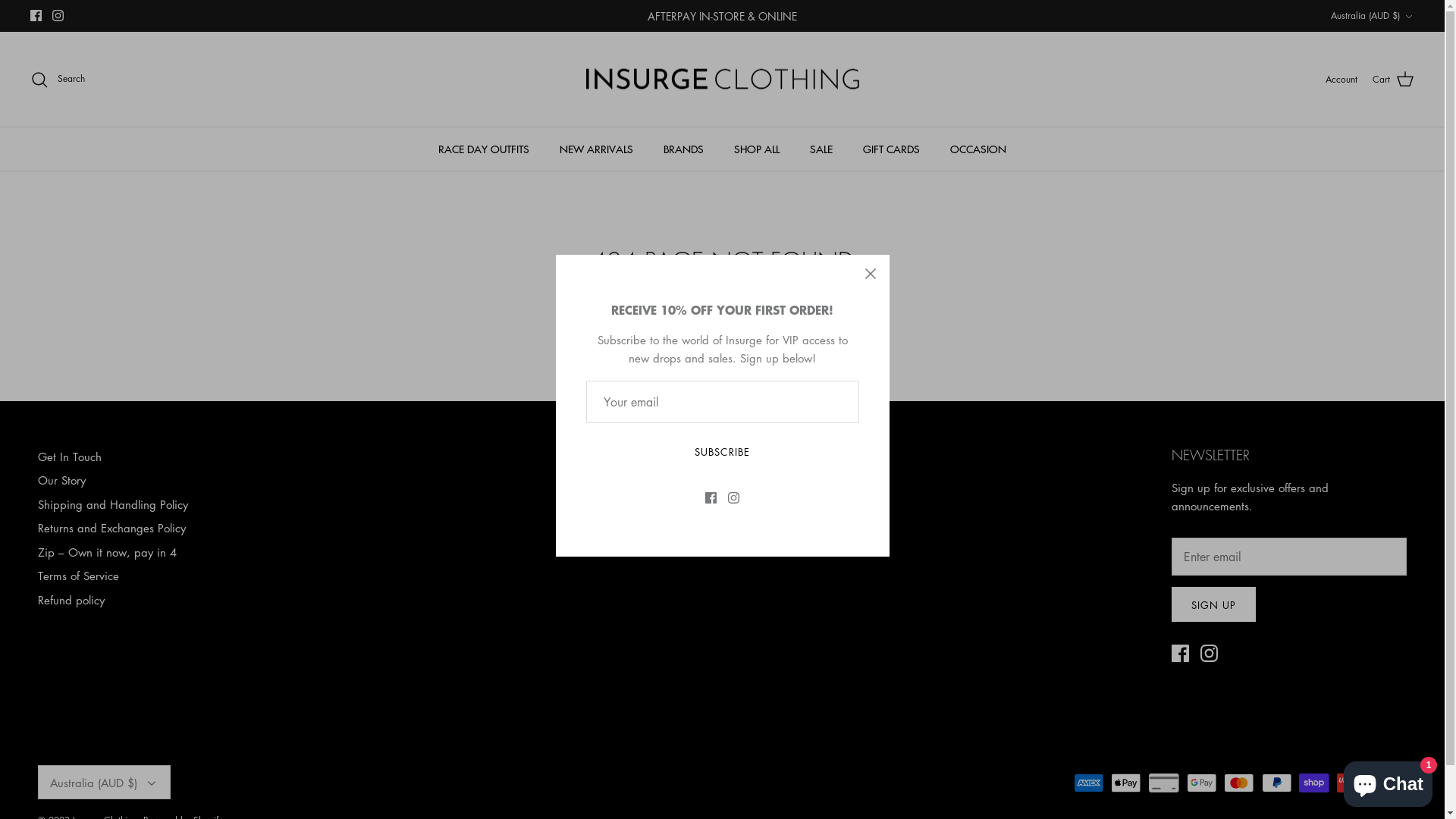 Image resolution: width=1456 pixels, height=819 pixels. What do you see at coordinates (720, 451) in the screenshot?
I see `'SUBSCRIBE'` at bounding box center [720, 451].